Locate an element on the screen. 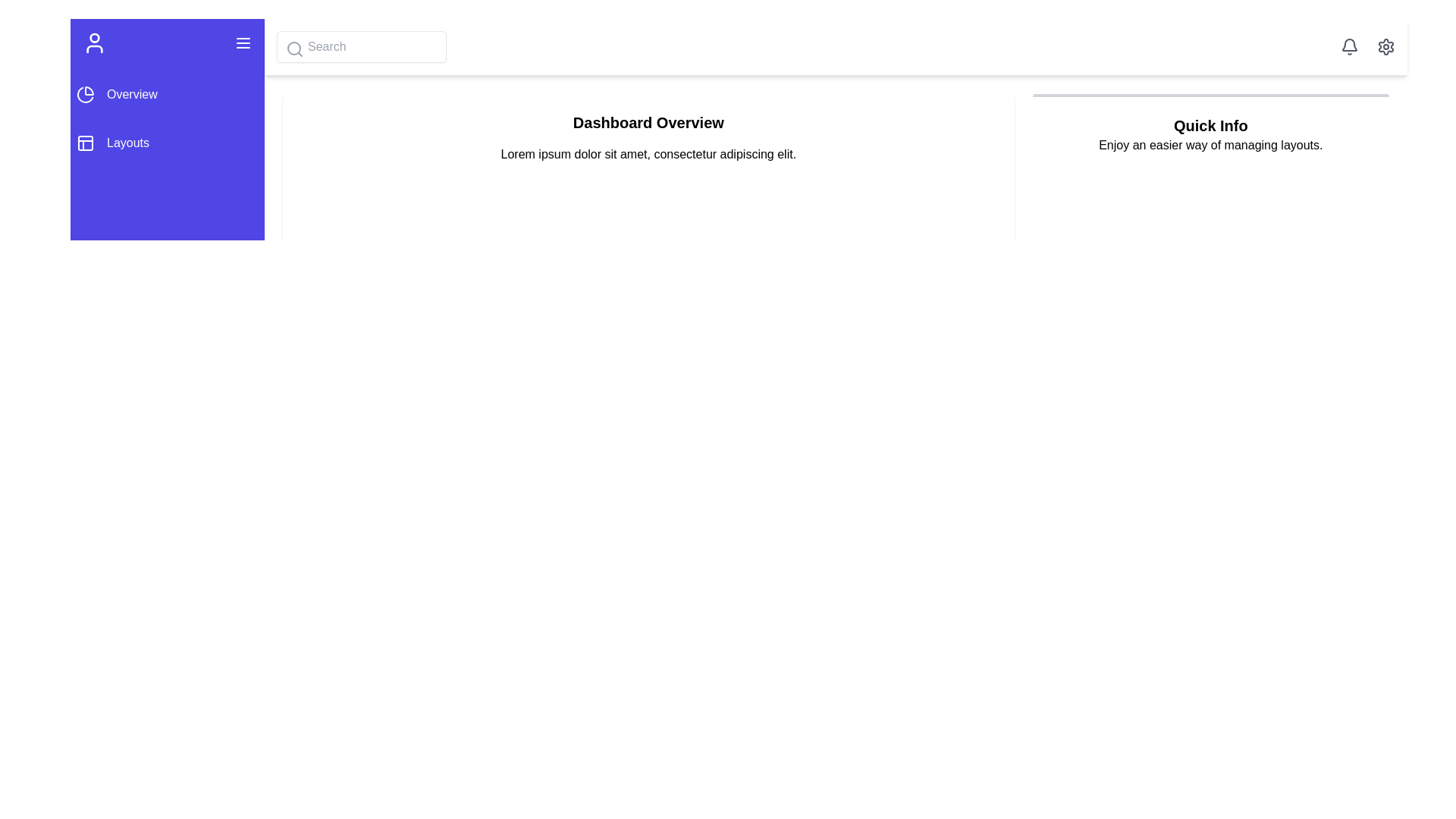 The image size is (1456, 819). the graphical indicator representing the head of the user within the user profile icon located in the left sidebar at the top area is located at coordinates (93, 37).